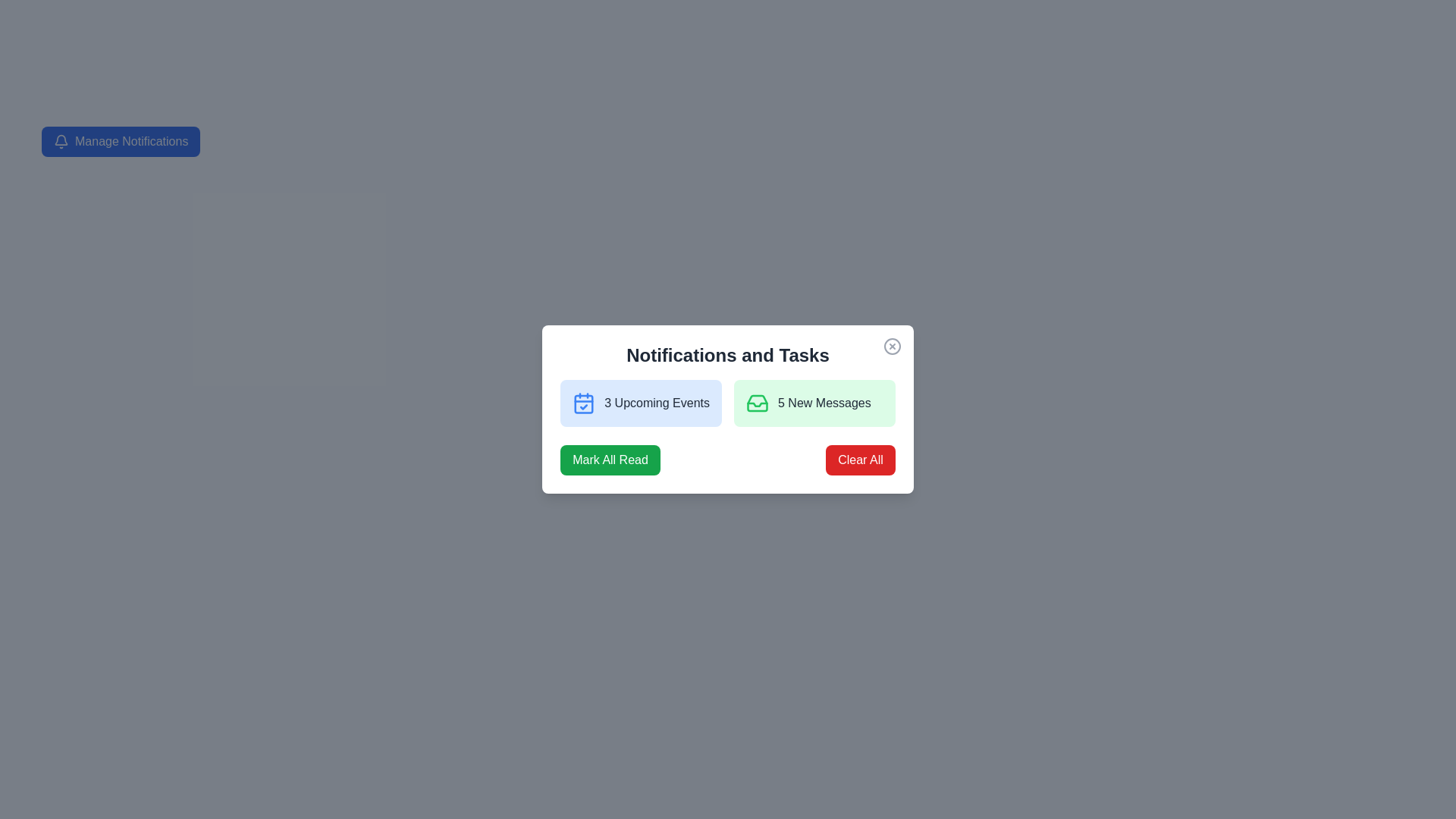  Describe the element at coordinates (814, 403) in the screenshot. I see `the '5 New Messages' notification item, which is a rounded box with a green background and an inbox icon on the left` at that location.